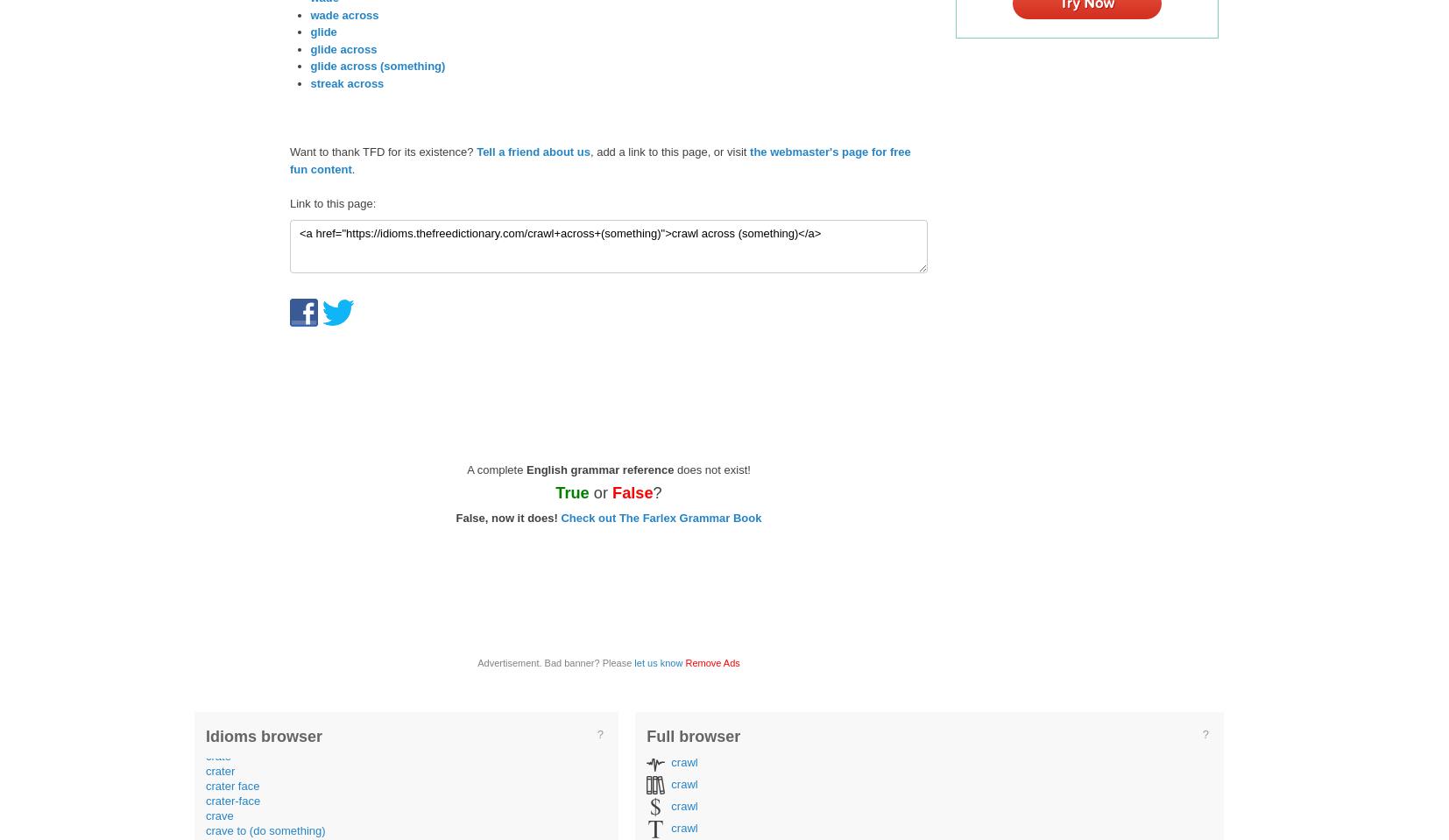 The height and width of the screenshot is (840, 1449). What do you see at coordinates (308, 82) in the screenshot?
I see `'streak across'` at bounding box center [308, 82].